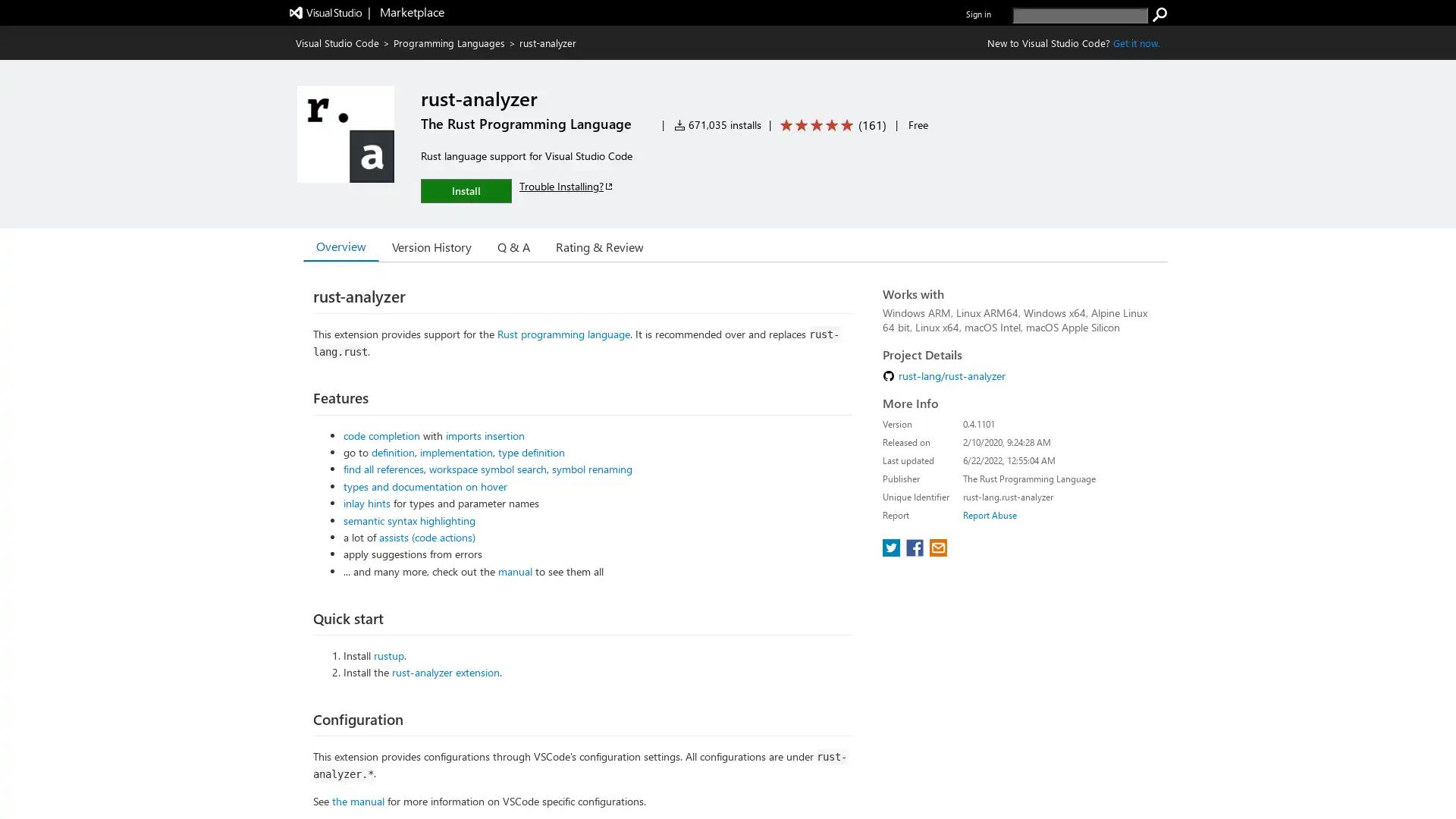 The height and width of the screenshot is (819, 1456). Describe the element at coordinates (1159, 14) in the screenshot. I see `search` at that location.